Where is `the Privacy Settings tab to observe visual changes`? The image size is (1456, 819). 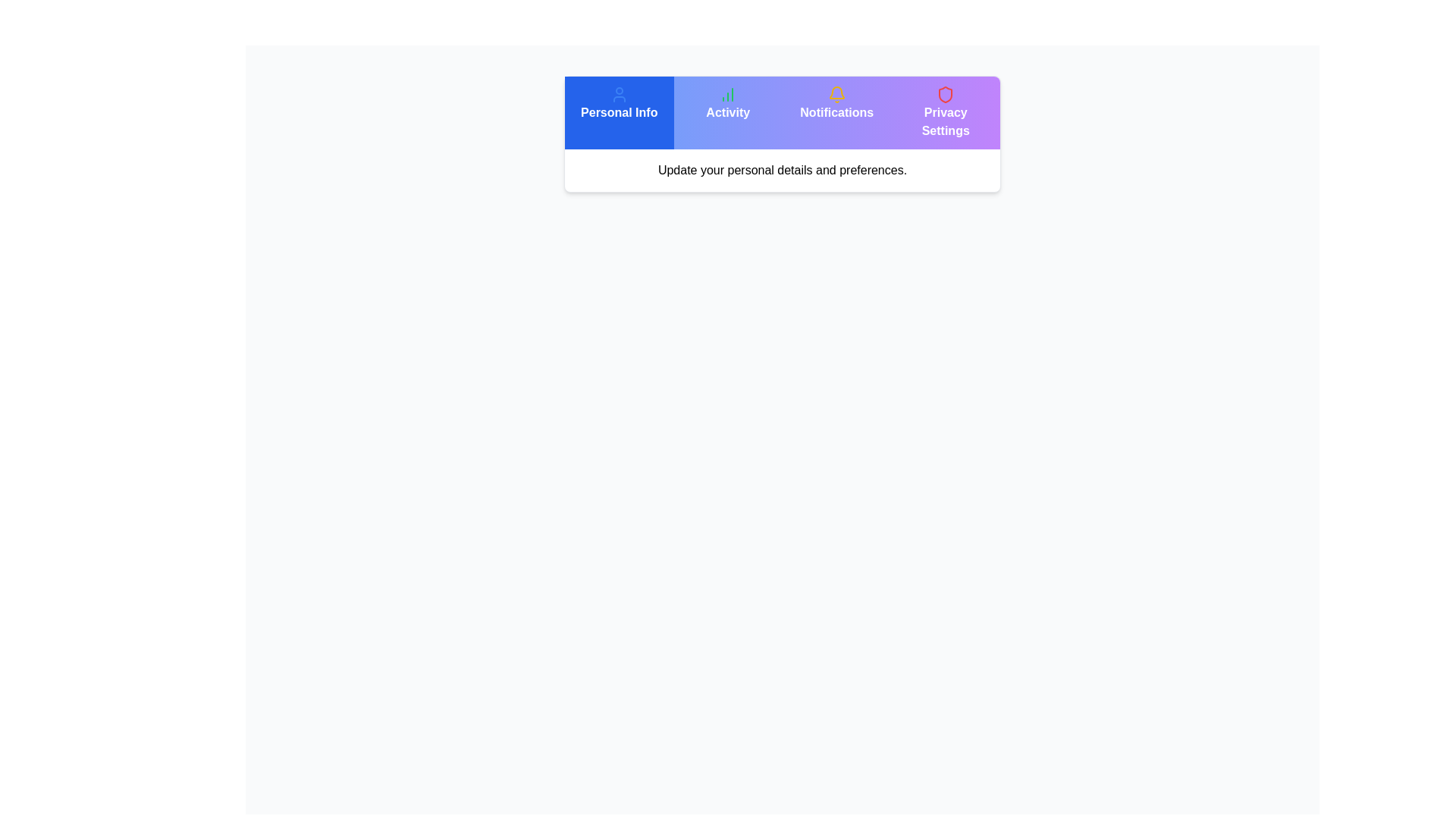
the Privacy Settings tab to observe visual changes is located at coordinates (945, 112).